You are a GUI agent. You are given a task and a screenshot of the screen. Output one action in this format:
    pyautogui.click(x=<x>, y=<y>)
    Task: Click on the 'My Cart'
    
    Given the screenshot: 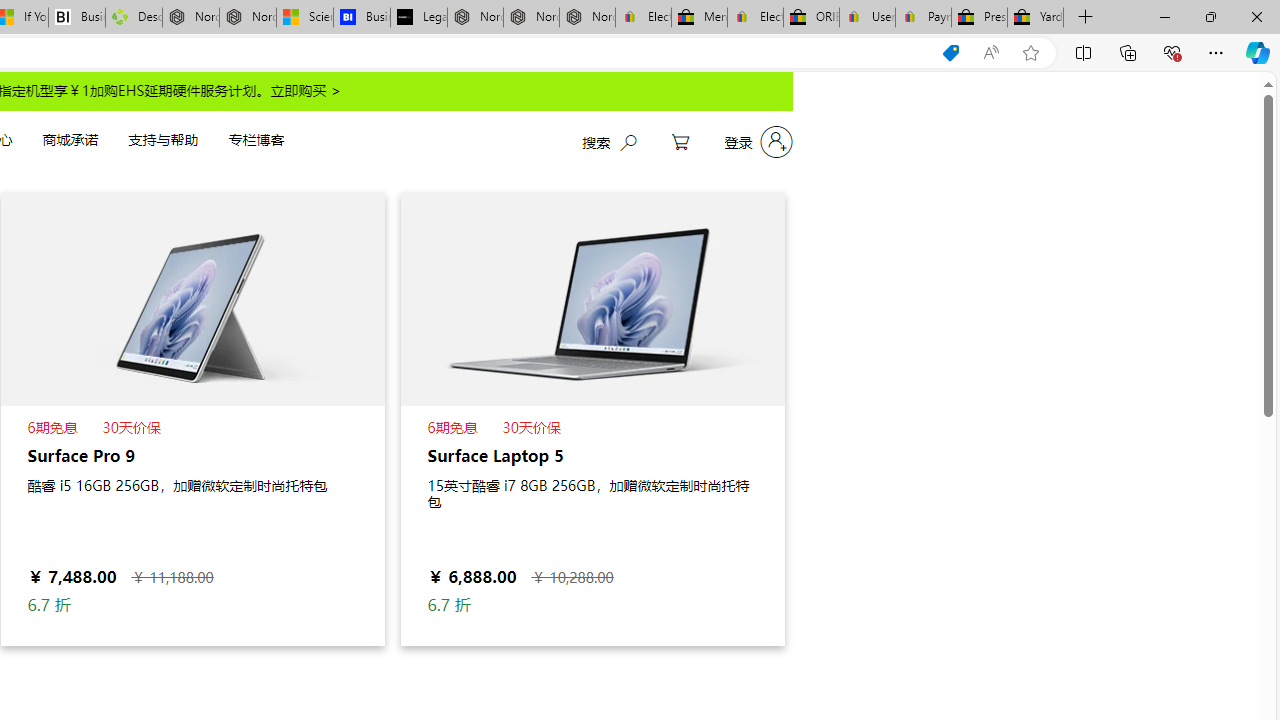 What is the action you would take?
    pyautogui.click(x=680, y=141)
    